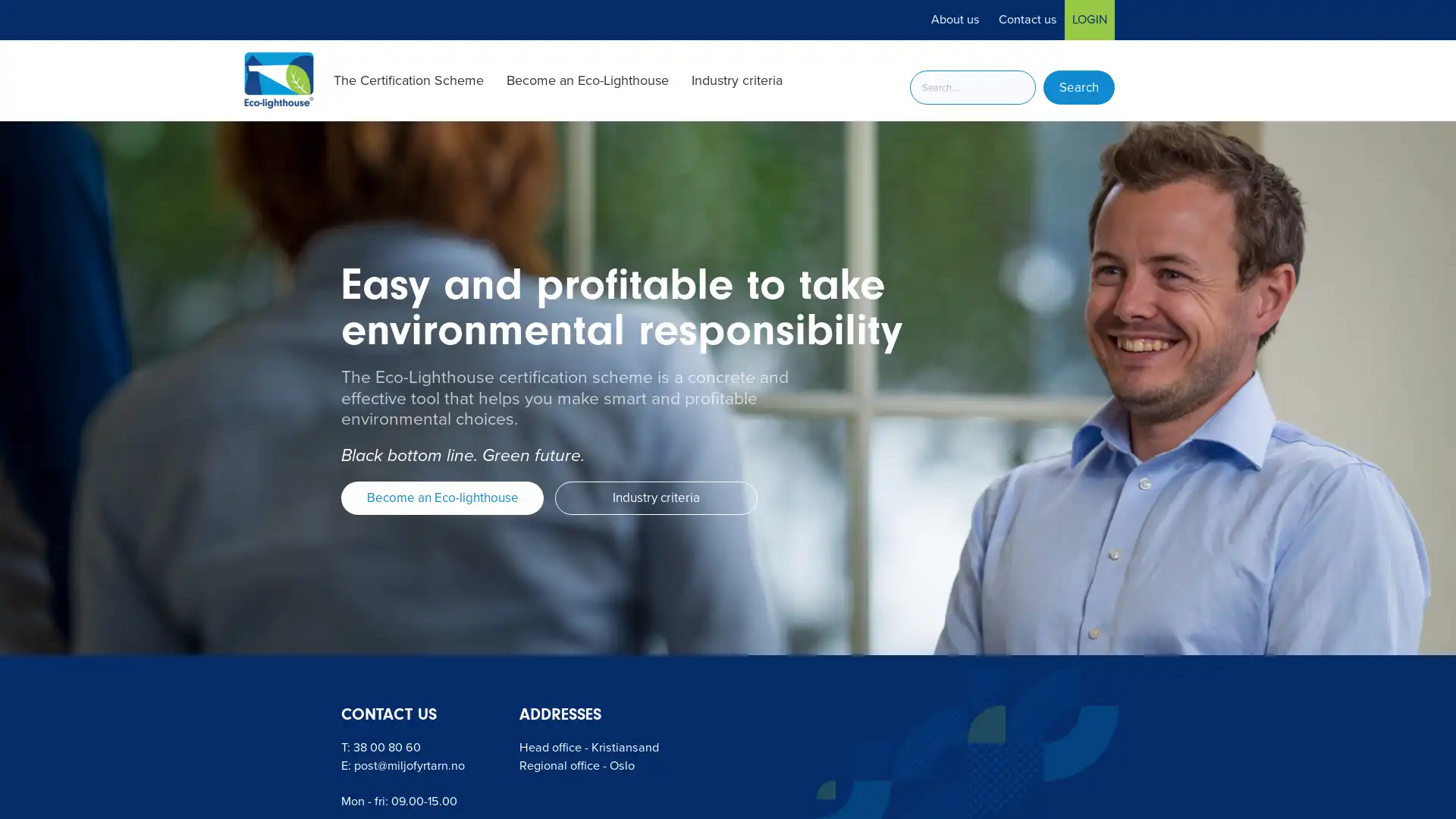 This screenshot has width=1456, height=819. What do you see at coordinates (1078, 87) in the screenshot?
I see `Search` at bounding box center [1078, 87].